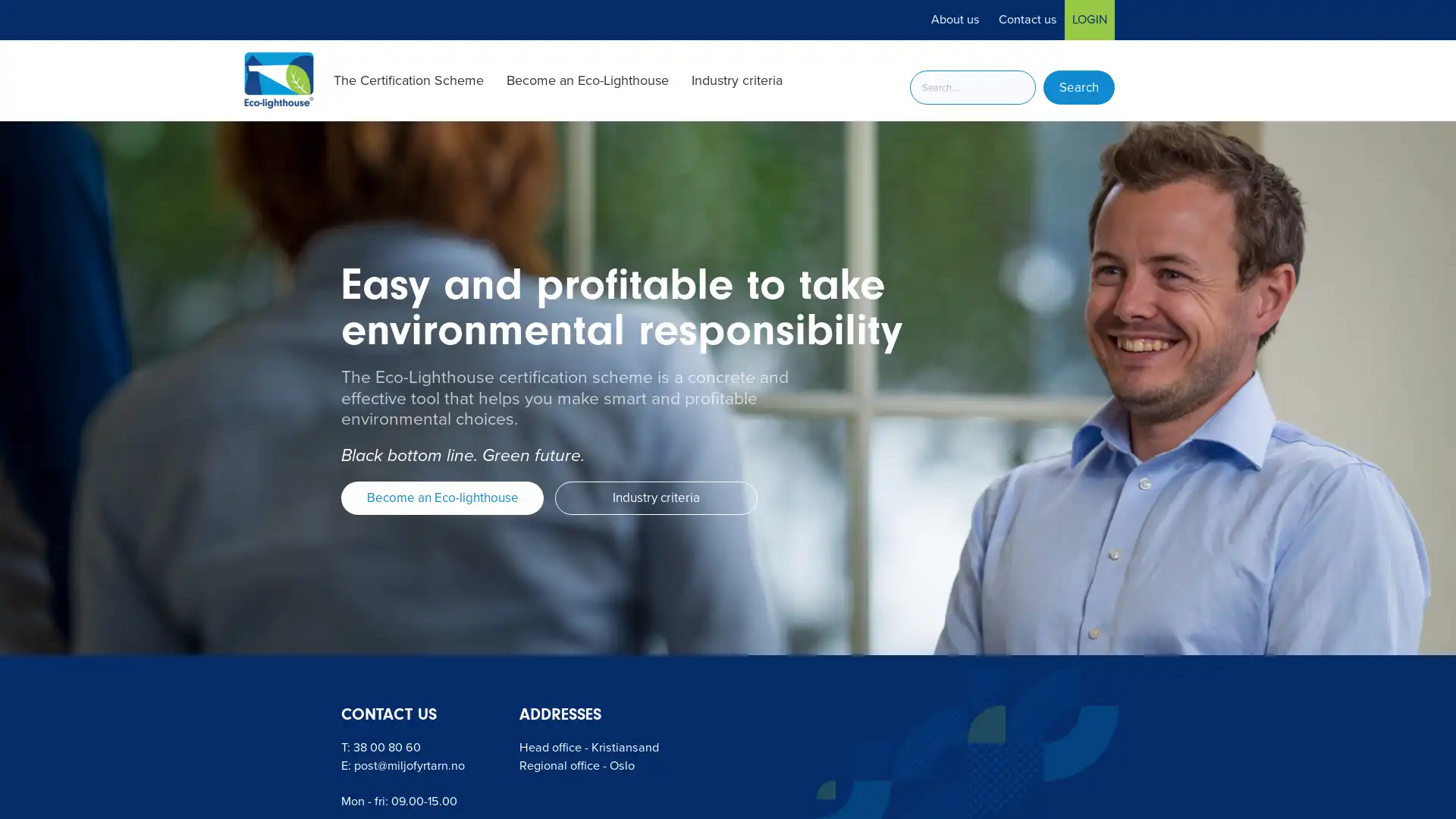 This screenshot has width=1456, height=819. What do you see at coordinates (1078, 87) in the screenshot?
I see `Search` at bounding box center [1078, 87].